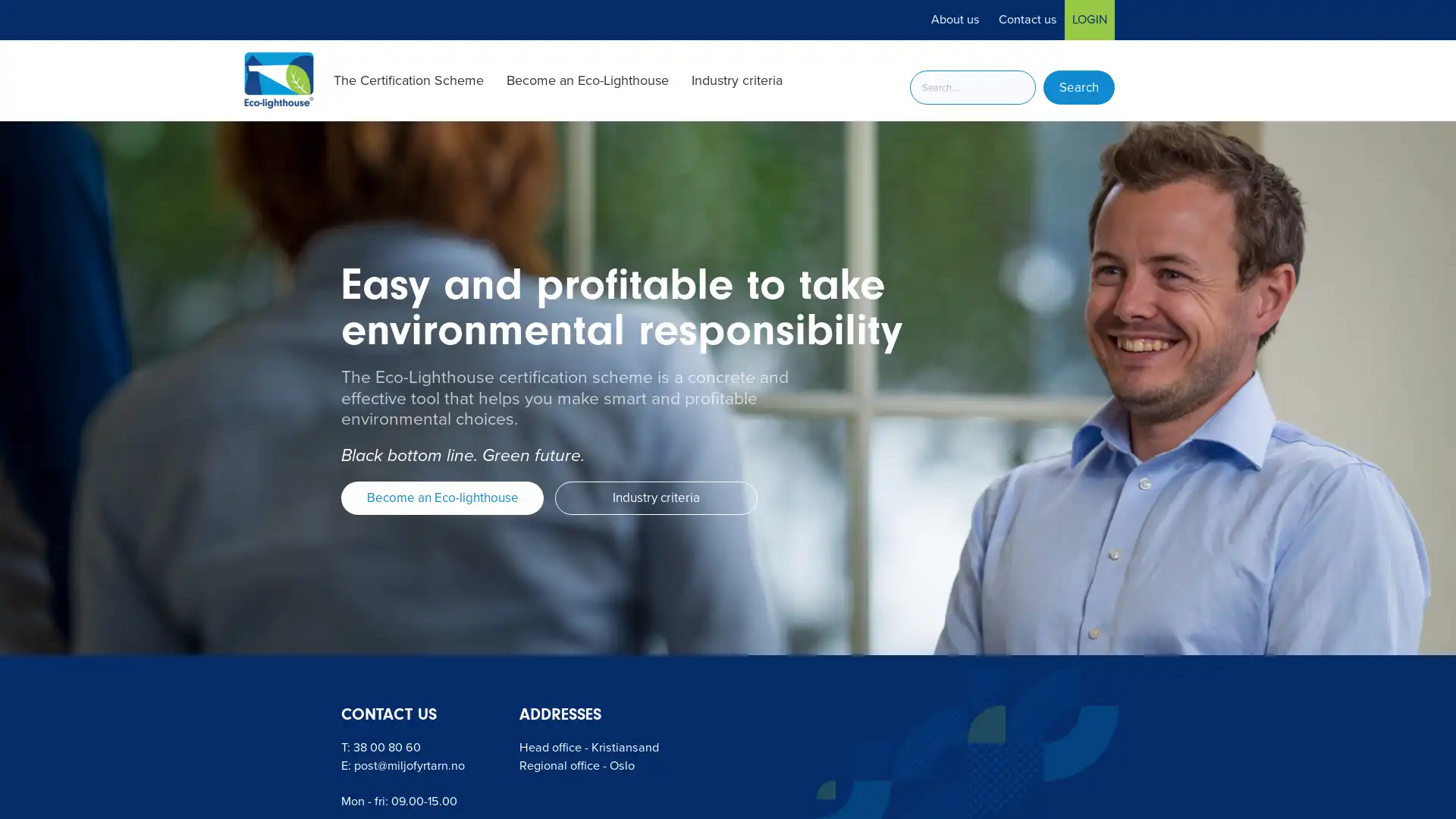 This screenshot has width=1456, height=819. What do you see at coordinates (1078, 87) in the screenshot?
I see `Search` at bounding box center [1078, 87].